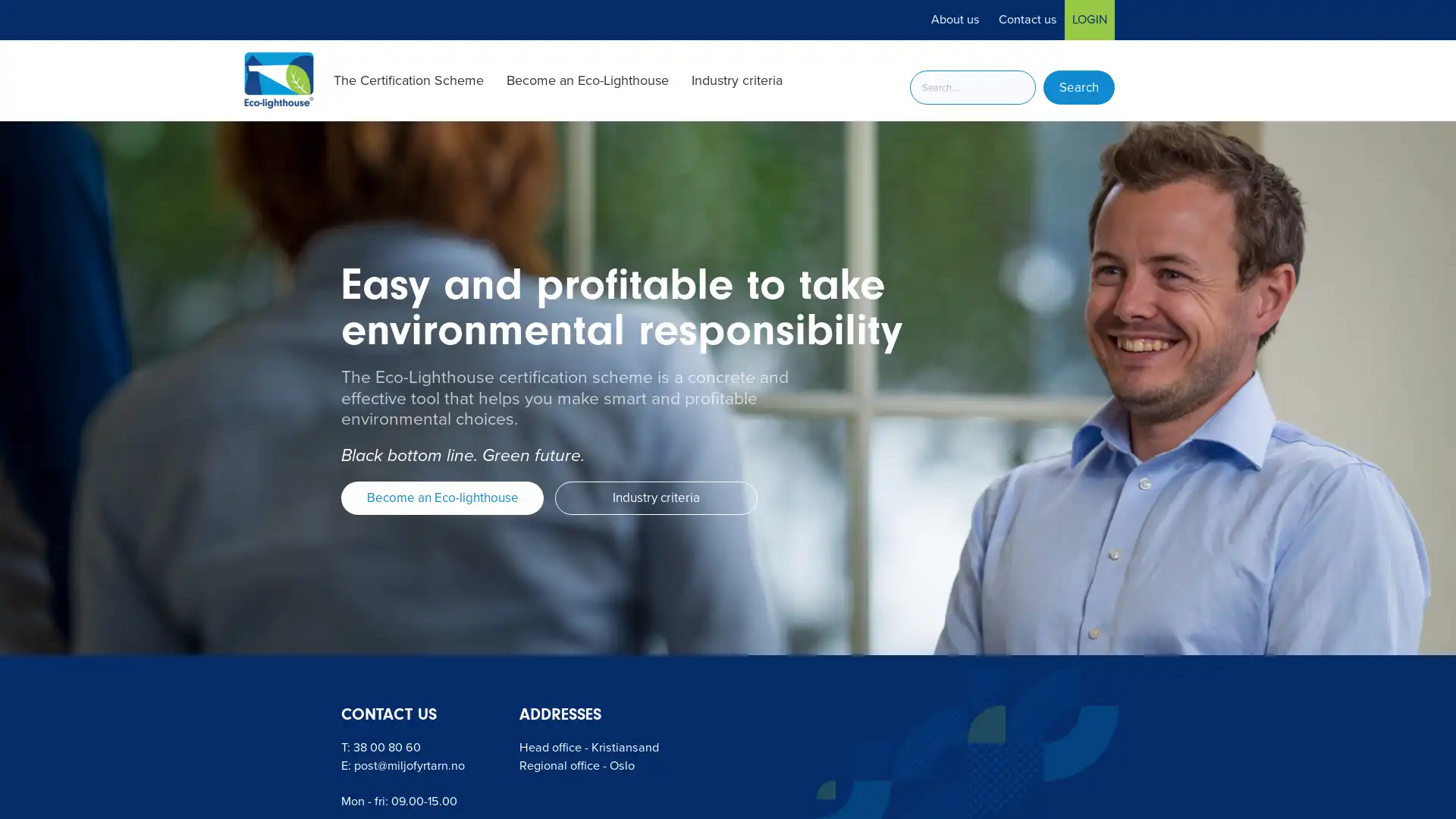 This screenshot has width=1456, height=819. What do you see at coordinates (1078, 87) in the screenshot?
I see `Search` at bounding box center [1078, 87].